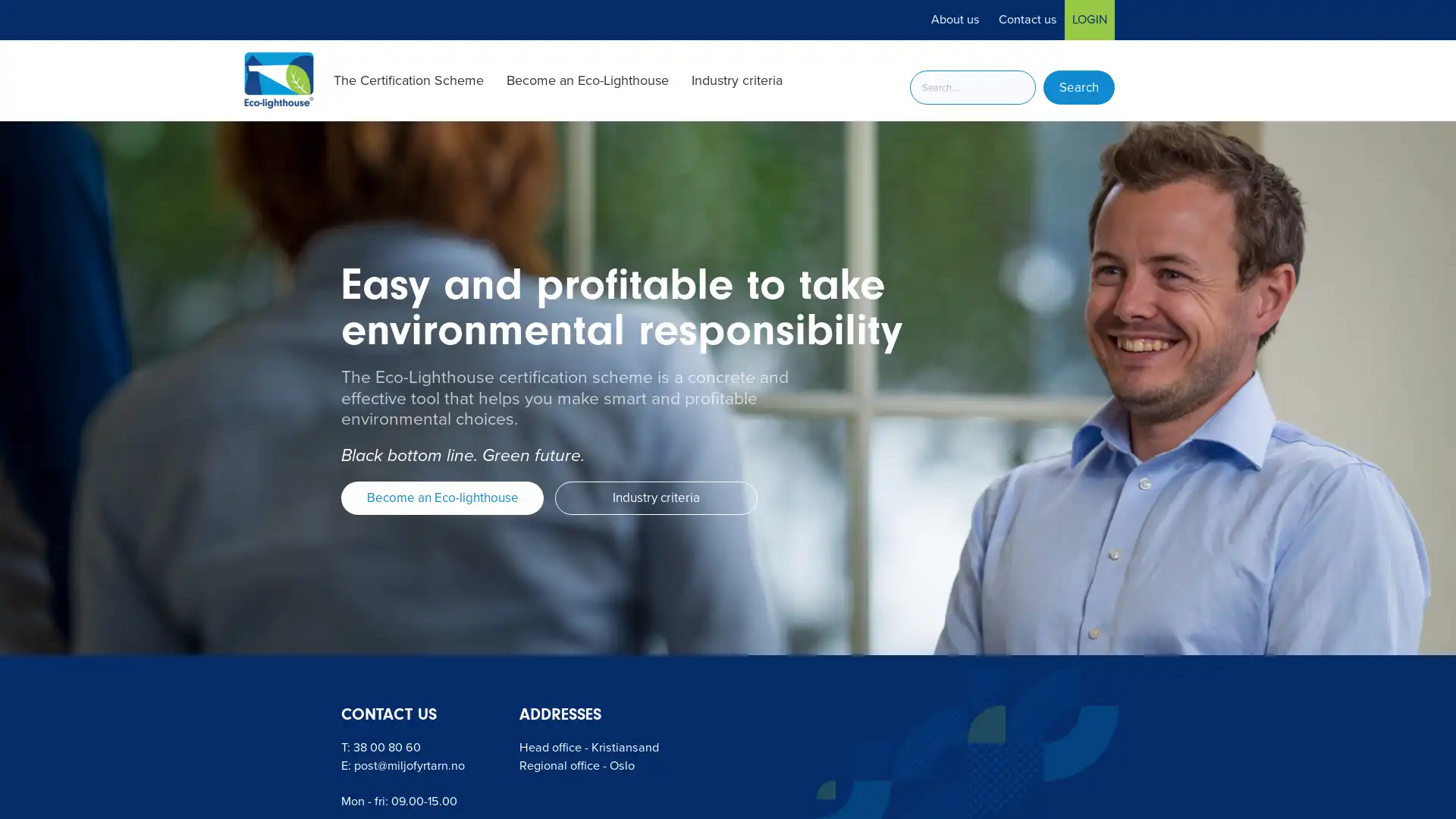 This screenshot has width=1456, height=819. What do you see at coordinates (1078, 87) in the screenshot?
I see `Search` at bounding box center [1078, 87].